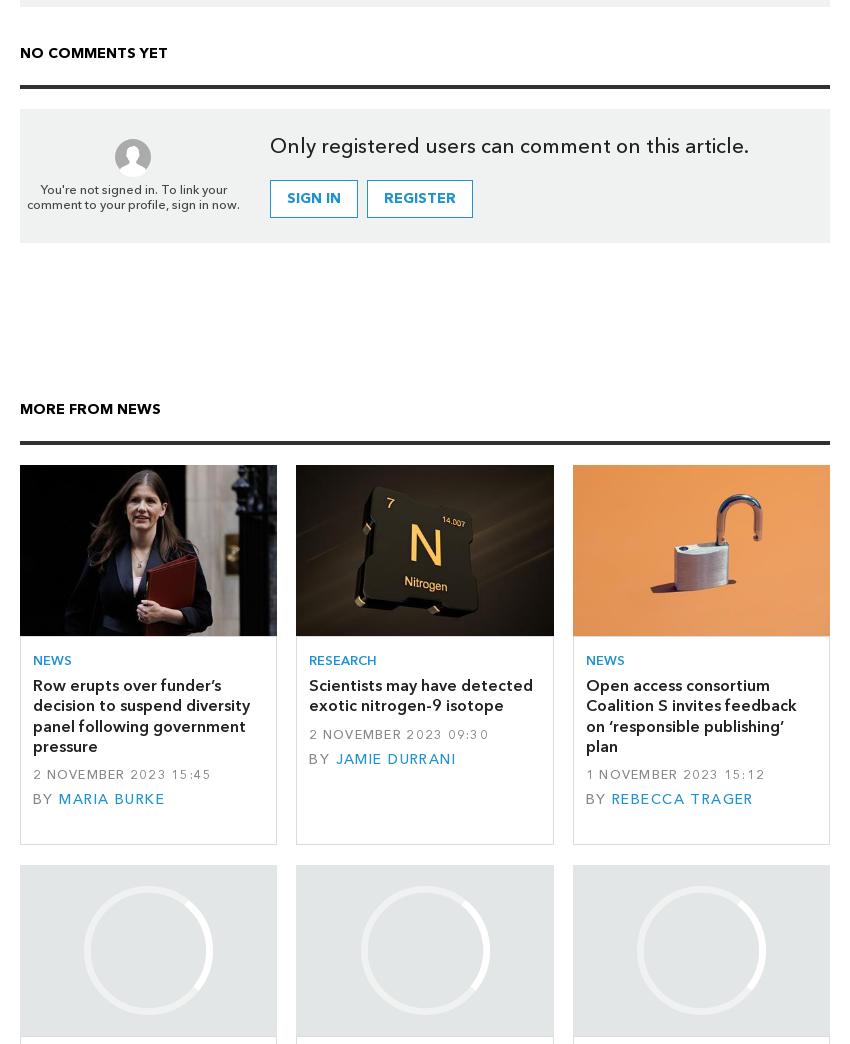 The image size is (850, 1044). What do you see at coordinates (18, 408) in the screenshot?
I see `'More from News'` at bounding box center [18, 408].